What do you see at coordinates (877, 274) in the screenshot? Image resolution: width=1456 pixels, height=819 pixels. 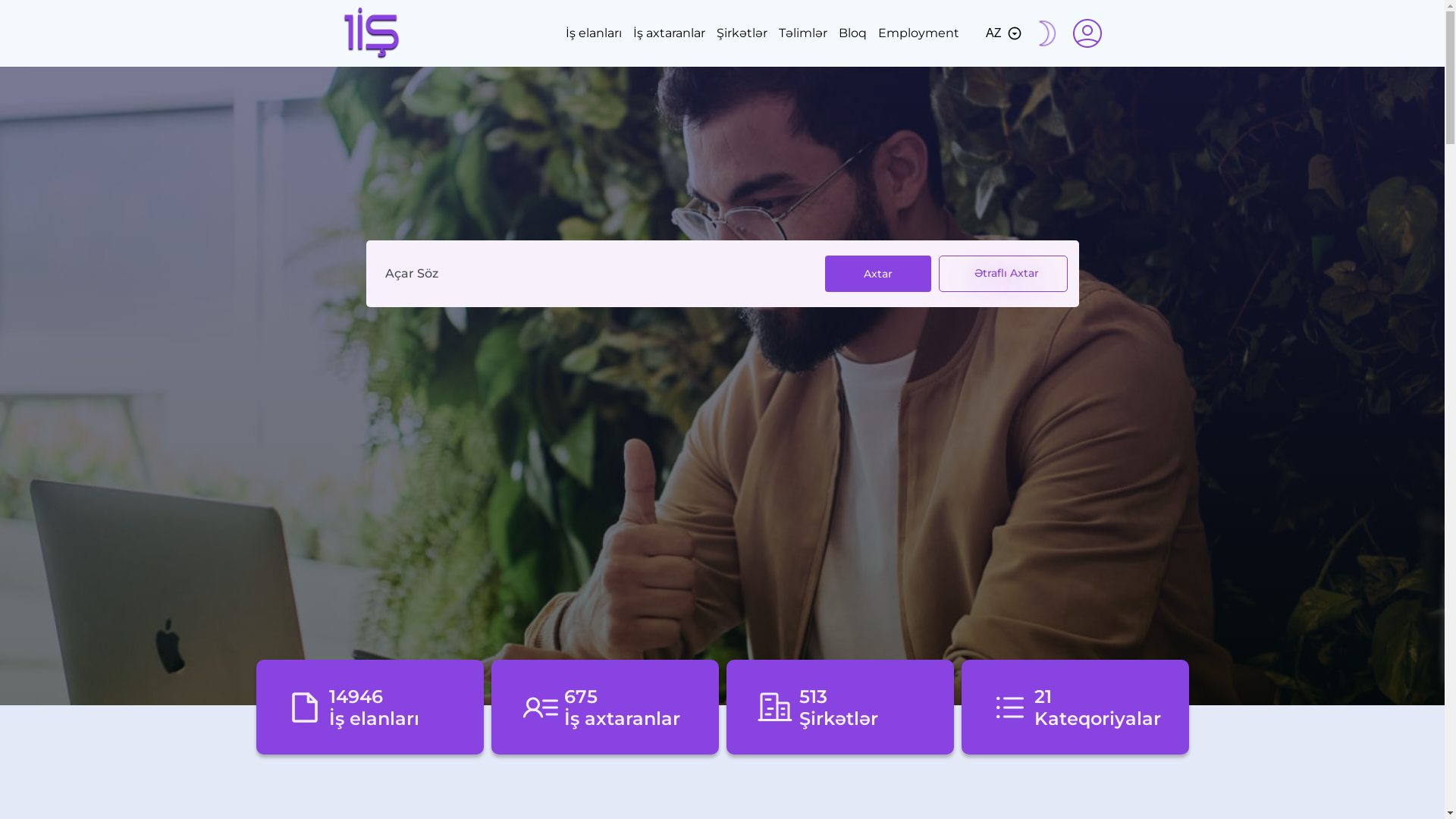 I see `'Axtar'` at bounding box center [877, 274].